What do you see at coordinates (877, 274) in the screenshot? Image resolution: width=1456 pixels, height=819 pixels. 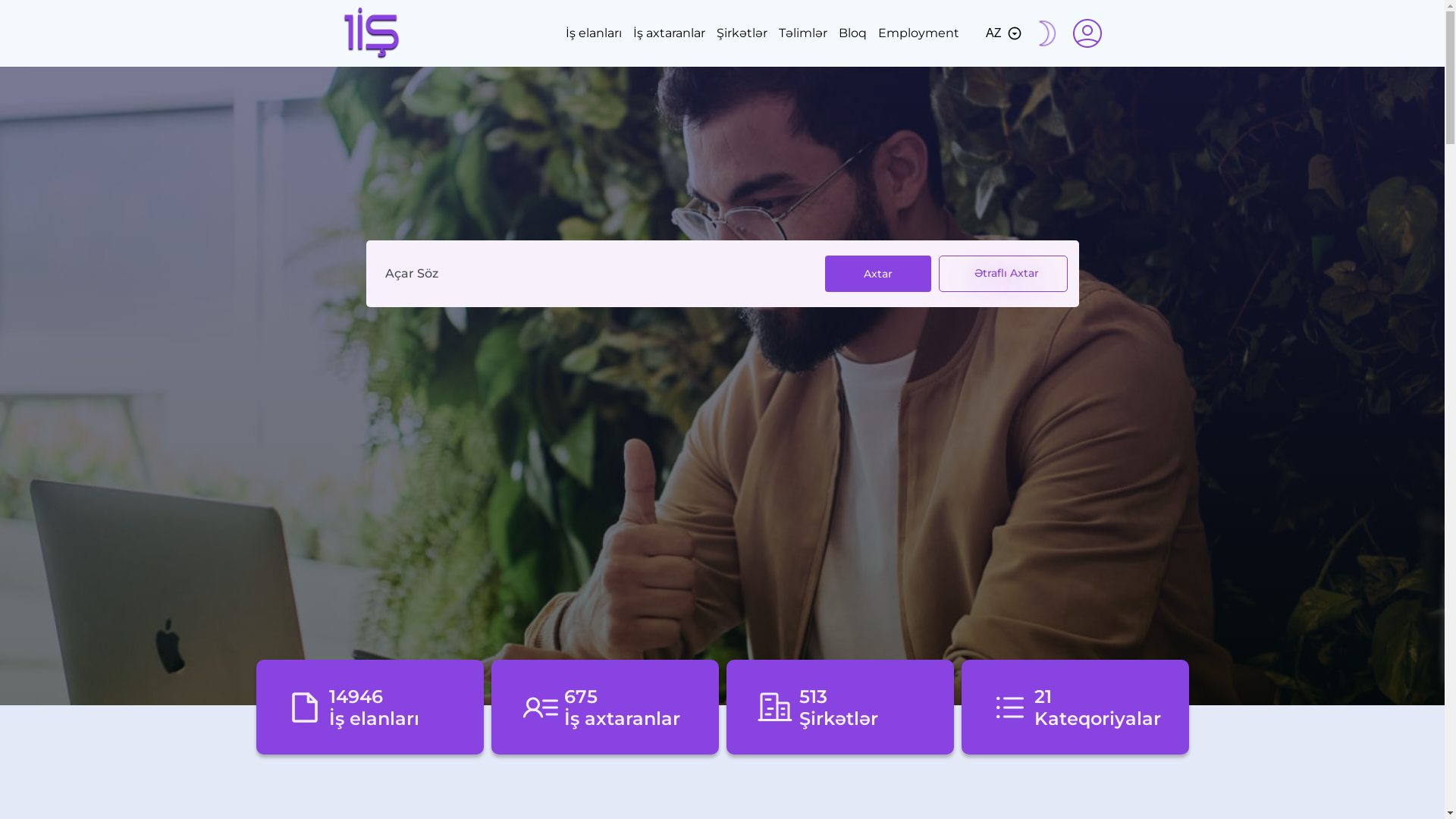 I see `'Axtar'` at bounding box center [877, 274].